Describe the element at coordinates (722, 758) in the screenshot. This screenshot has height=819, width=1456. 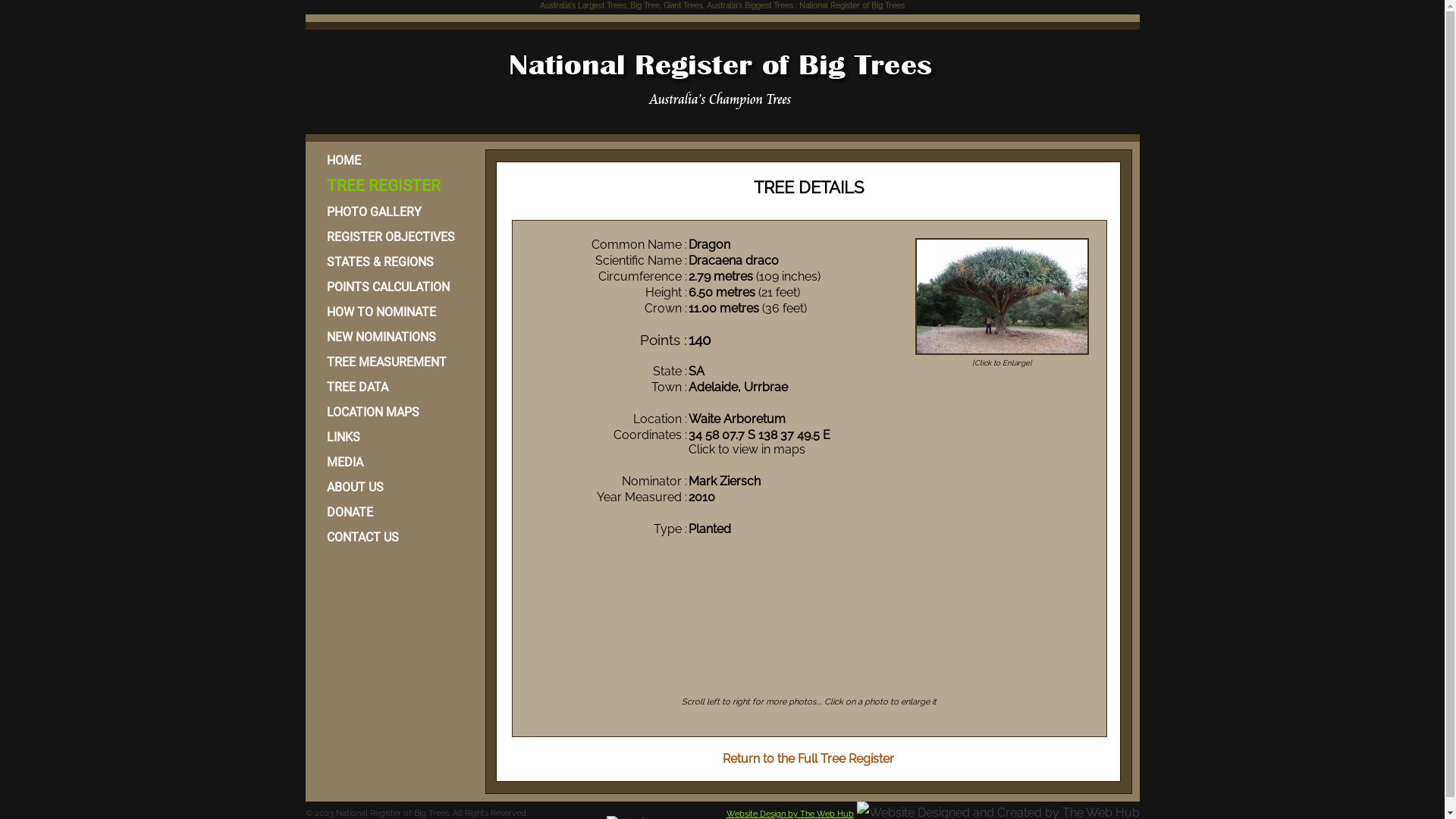
I see `'Return to the Full Tree Register'` at that location.